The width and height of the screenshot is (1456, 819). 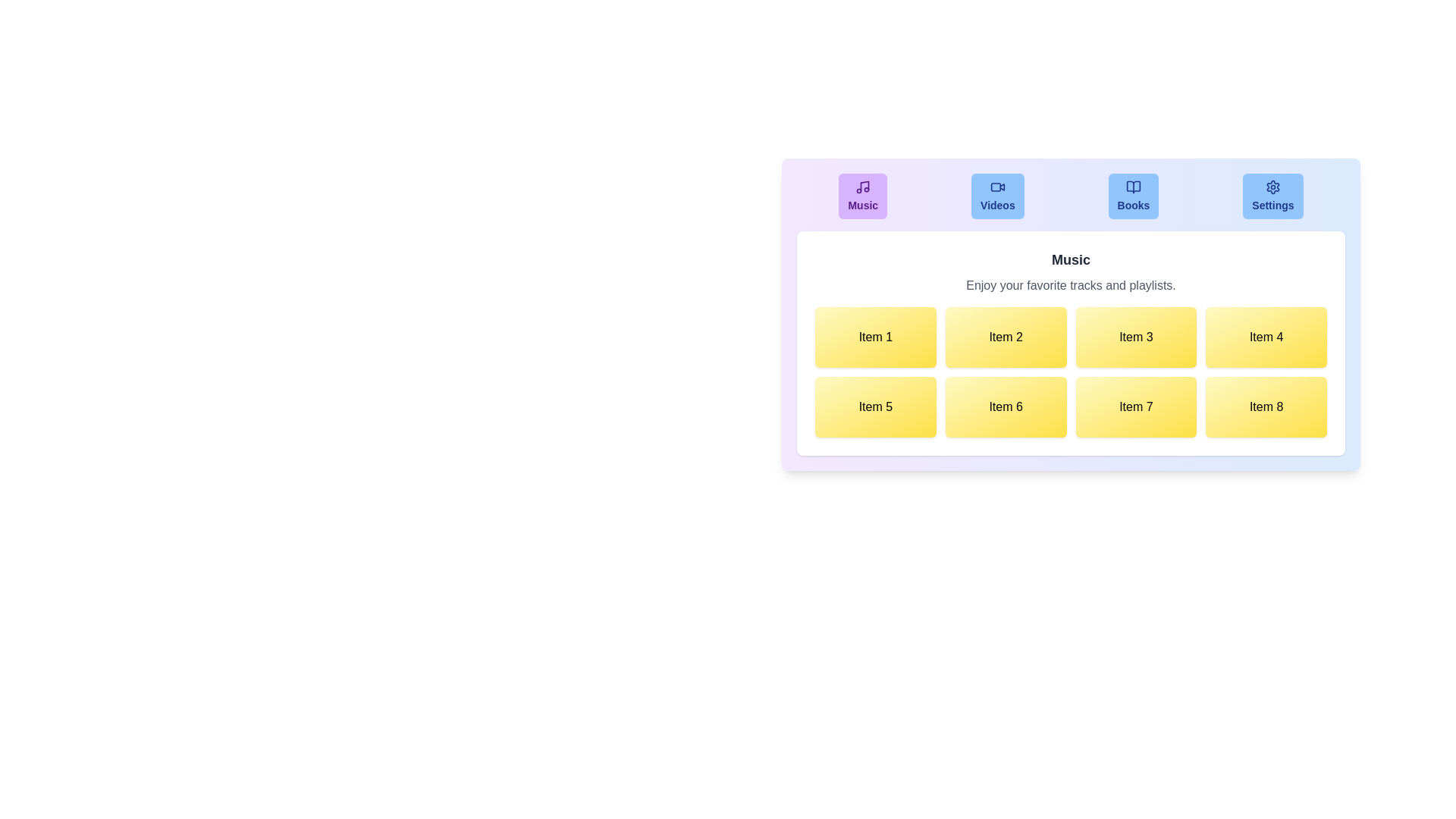 I want to click on the tab labeled Books, so click(x=1134, y=195).